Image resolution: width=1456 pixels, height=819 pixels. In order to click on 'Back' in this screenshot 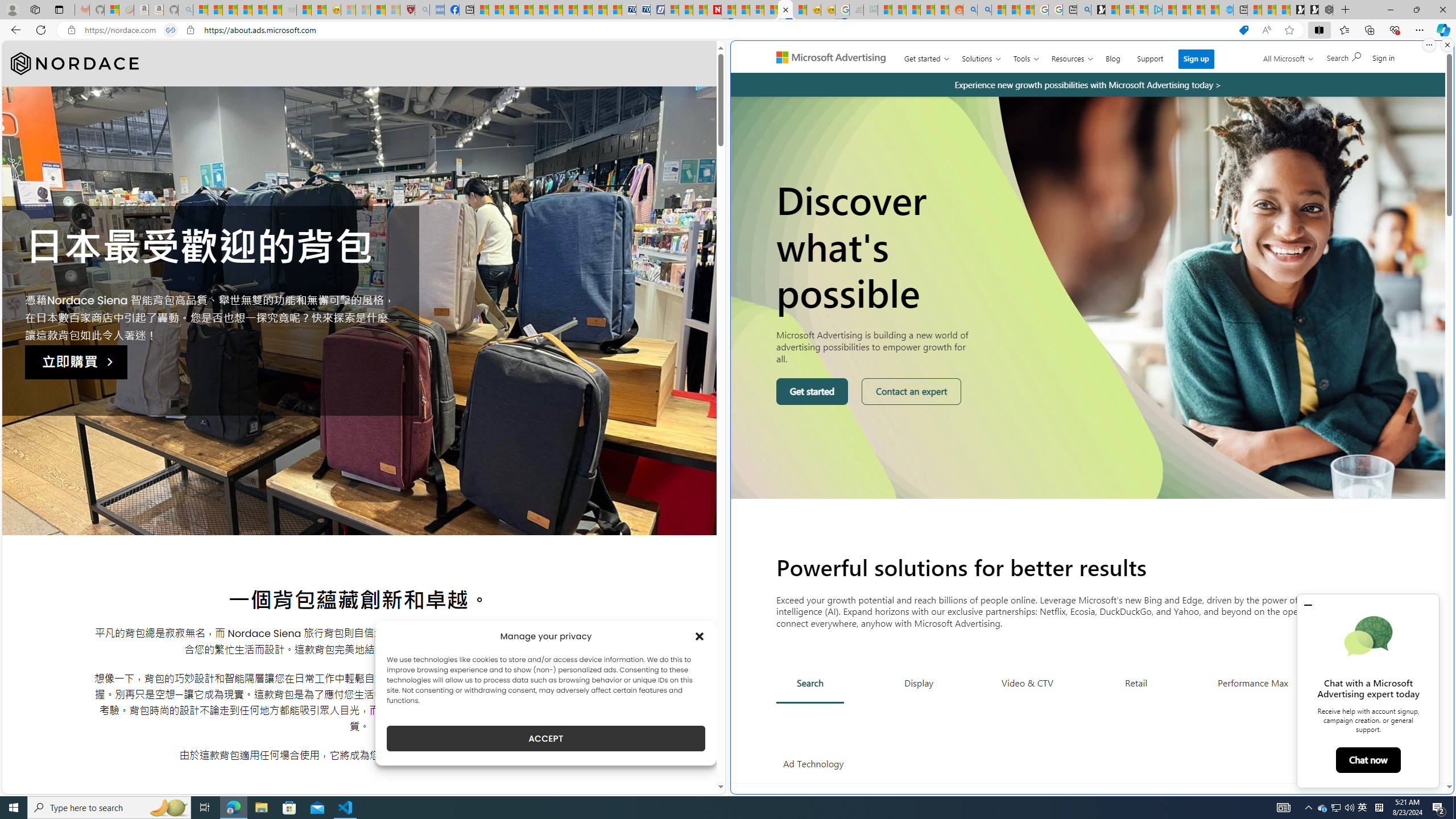, I will do `click(14, 29)`.